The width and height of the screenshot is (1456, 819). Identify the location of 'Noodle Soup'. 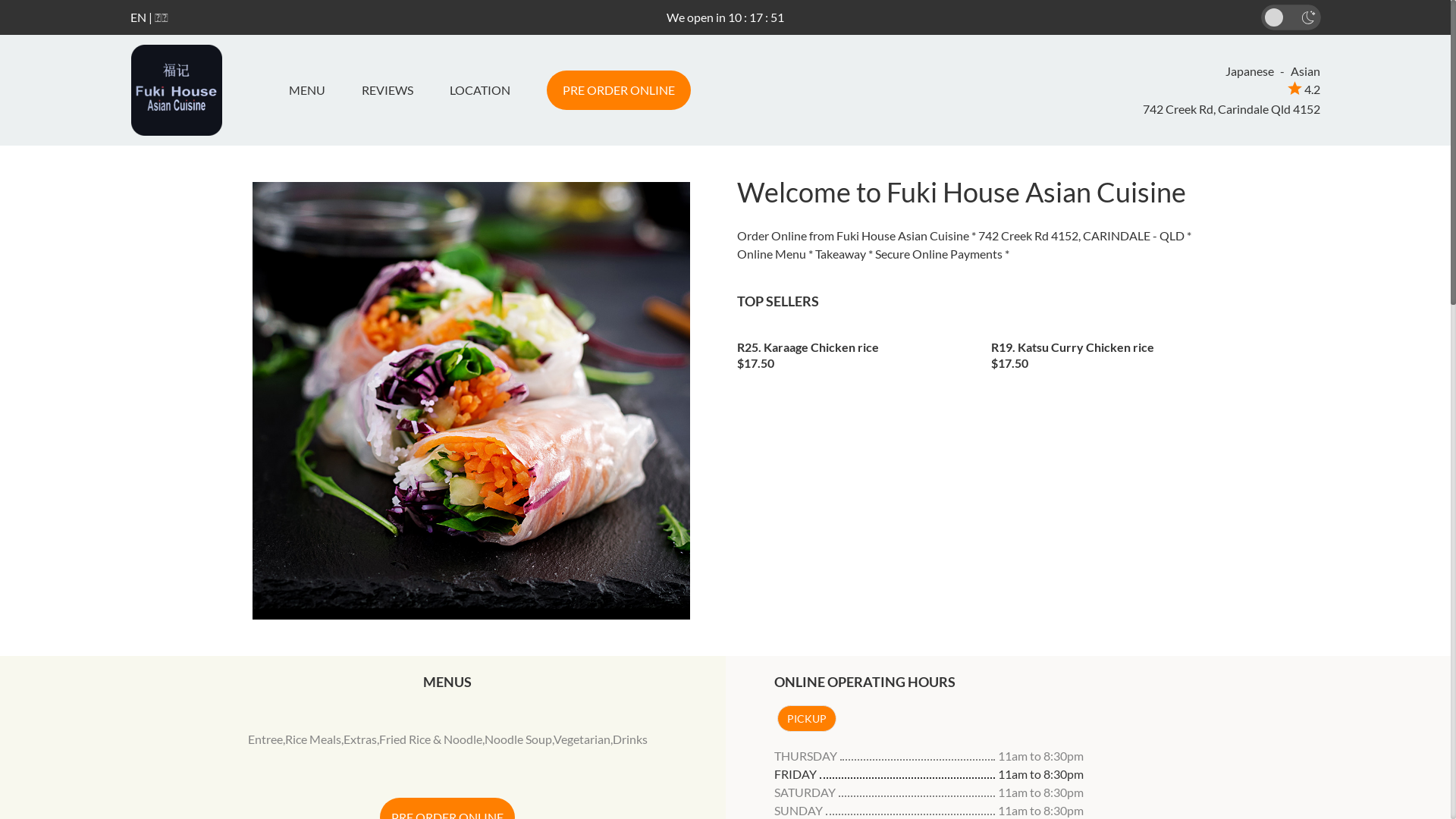
(518, 738).